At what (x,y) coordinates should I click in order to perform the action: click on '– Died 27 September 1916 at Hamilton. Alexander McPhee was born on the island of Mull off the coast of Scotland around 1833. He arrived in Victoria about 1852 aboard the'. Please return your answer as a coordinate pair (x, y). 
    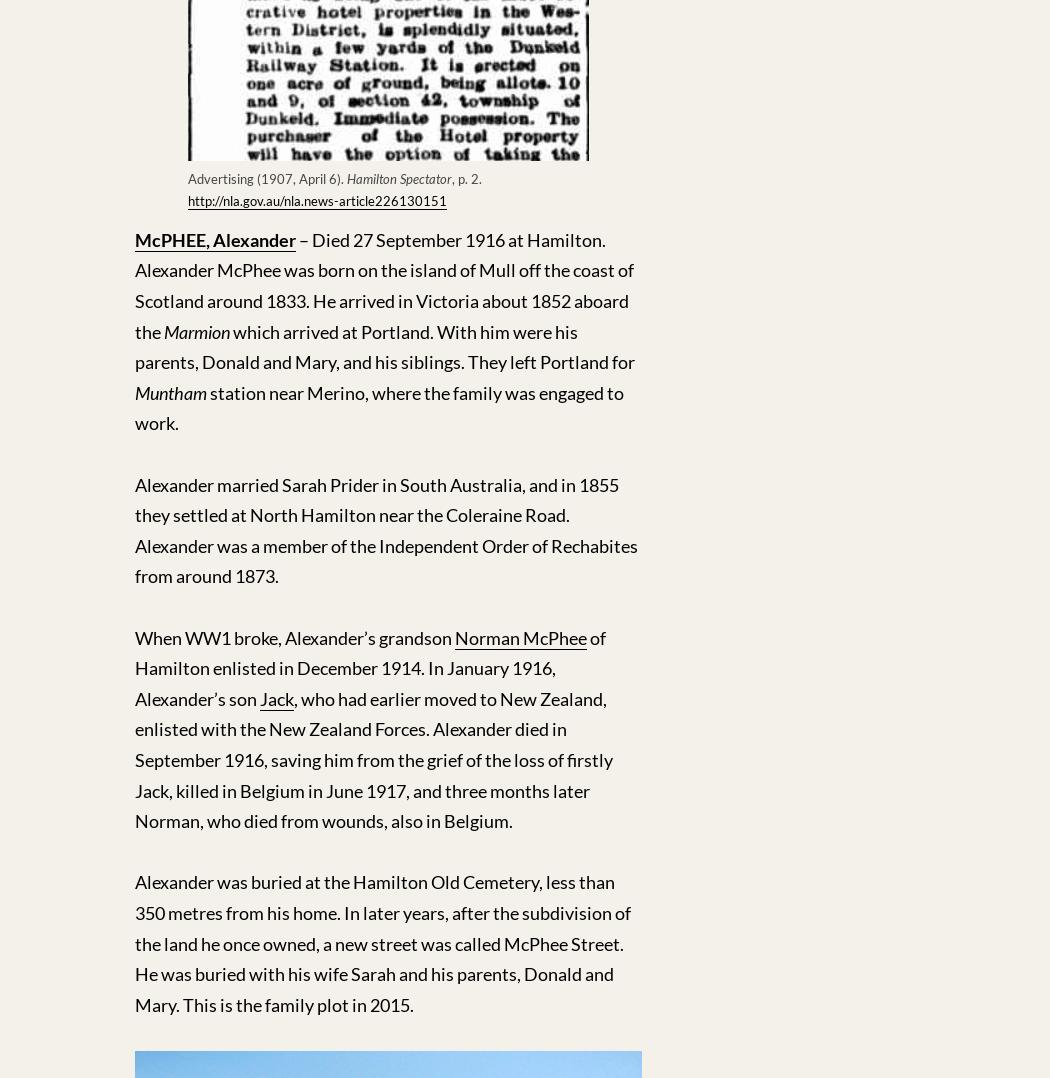
    Looking at the image, I should click on (384, 285).